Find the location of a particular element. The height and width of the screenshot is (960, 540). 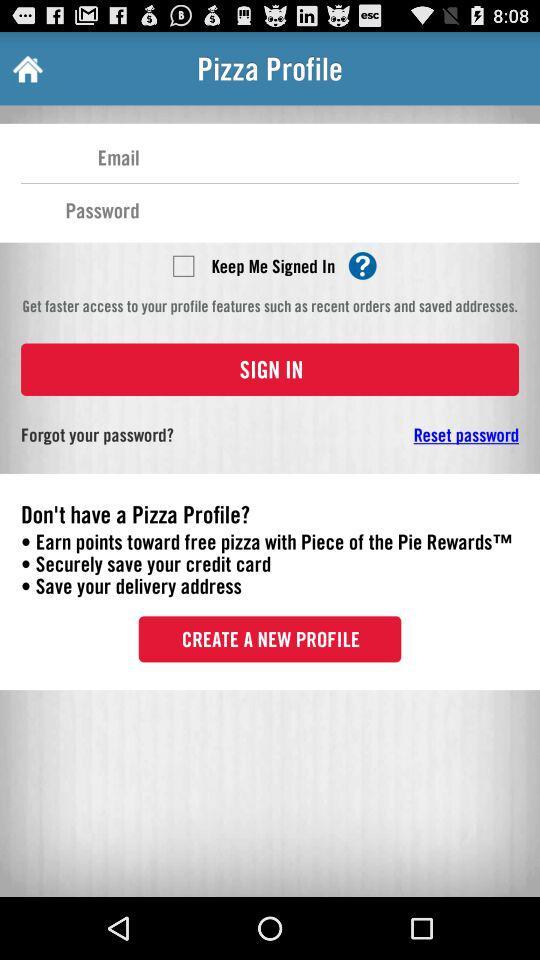

the button below the sign in button is located at coordinates (405, 434).